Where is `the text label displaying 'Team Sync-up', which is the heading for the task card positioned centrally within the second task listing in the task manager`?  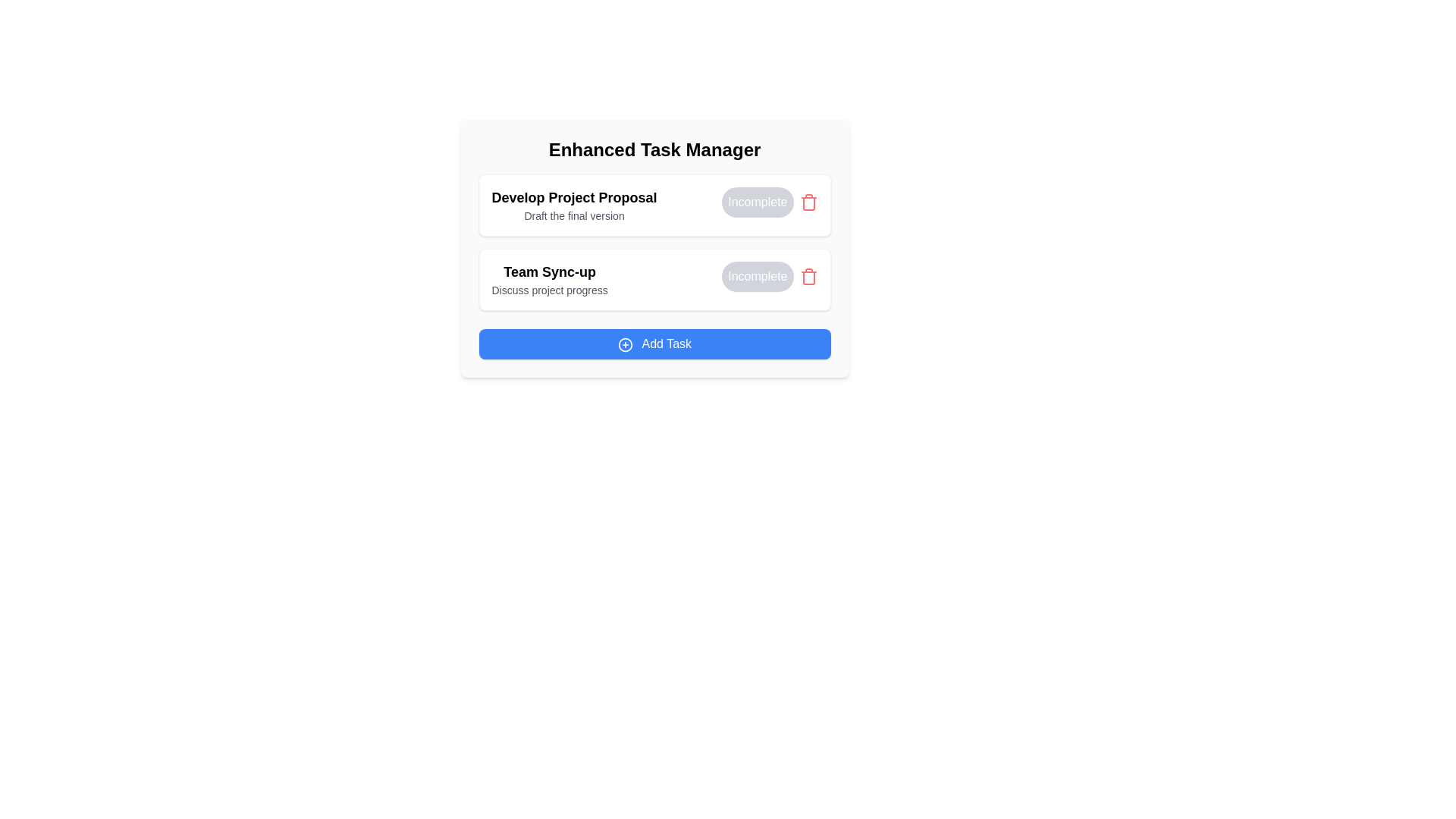
the text label displaying 'Team Sync-up', which is the heading for the task card positioned centrally within the second task listing in the task manager is located at coordinates (549, 271).